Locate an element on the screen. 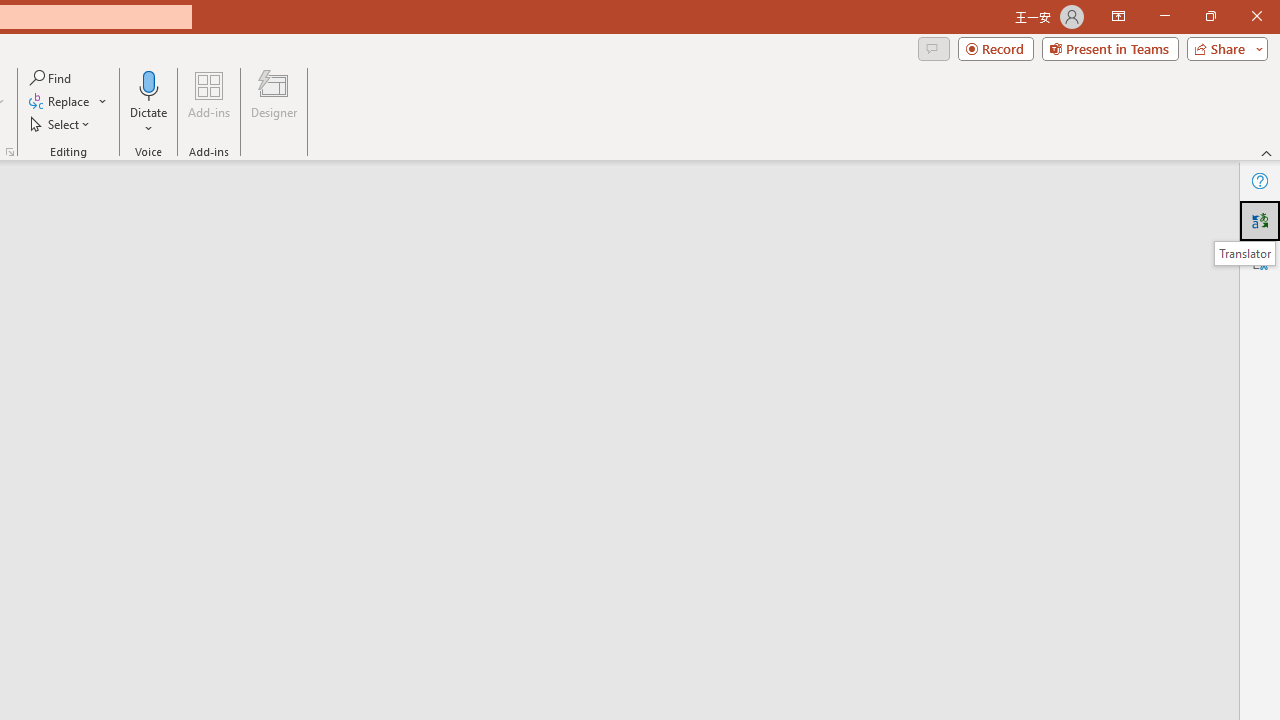 The image size is (1280, 720). 'Collapse the Ribbon' is located at coordinates (1266, 152).